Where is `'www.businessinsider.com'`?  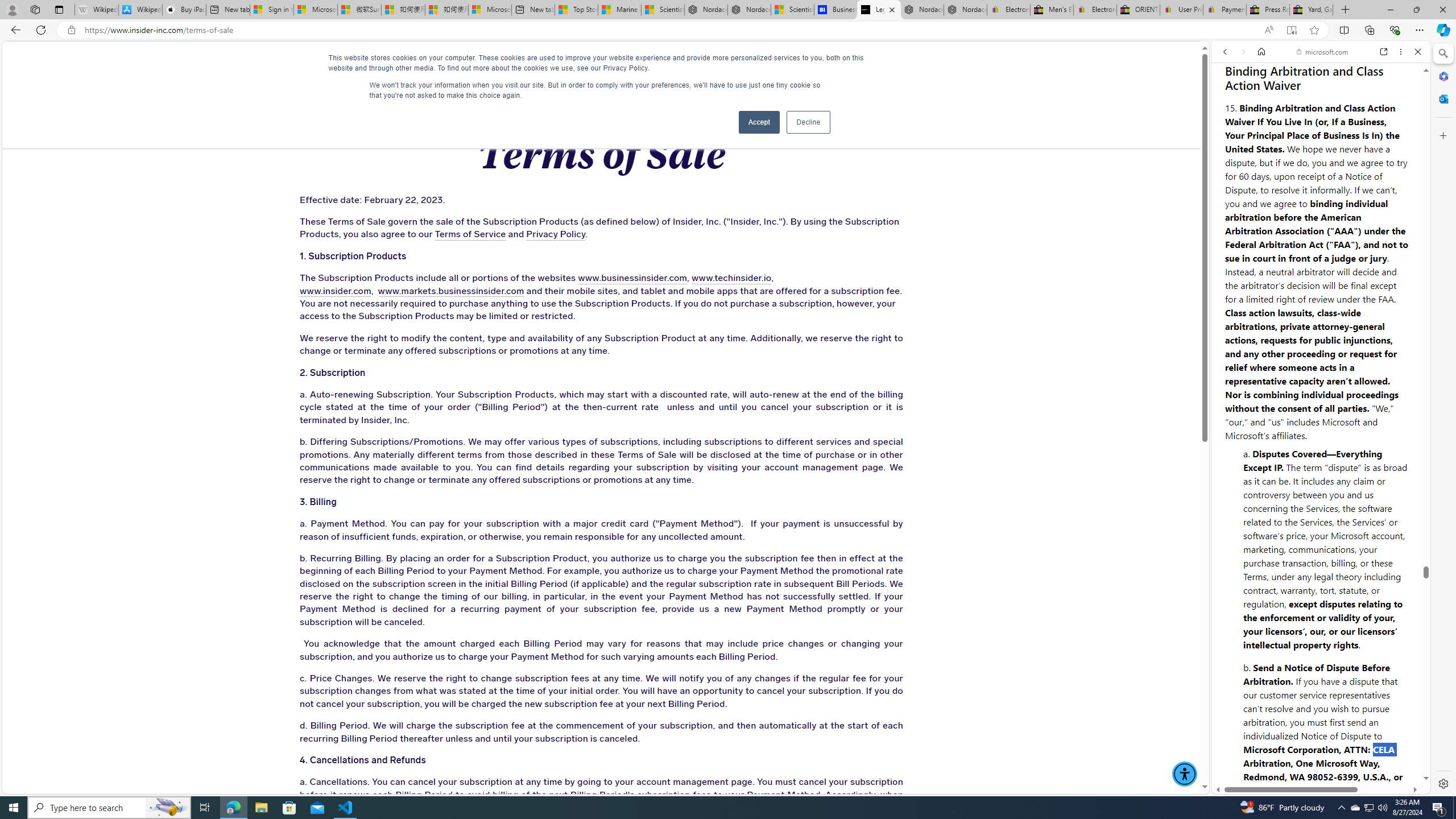
'www.businessinsider.com' is located at coordinates (632, 279).